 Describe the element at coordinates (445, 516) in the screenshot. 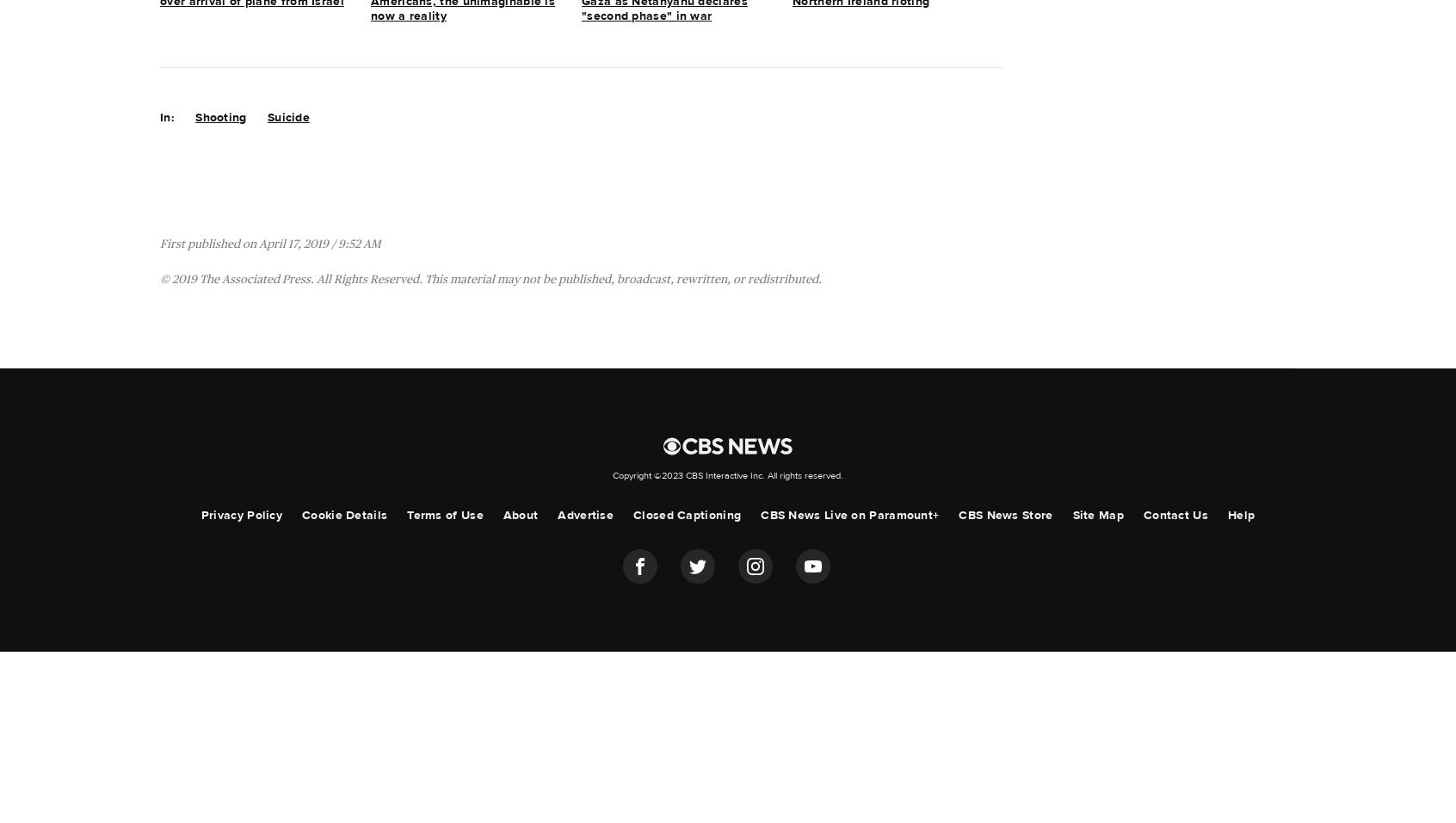

I see `'Terms of Use'` at that location.